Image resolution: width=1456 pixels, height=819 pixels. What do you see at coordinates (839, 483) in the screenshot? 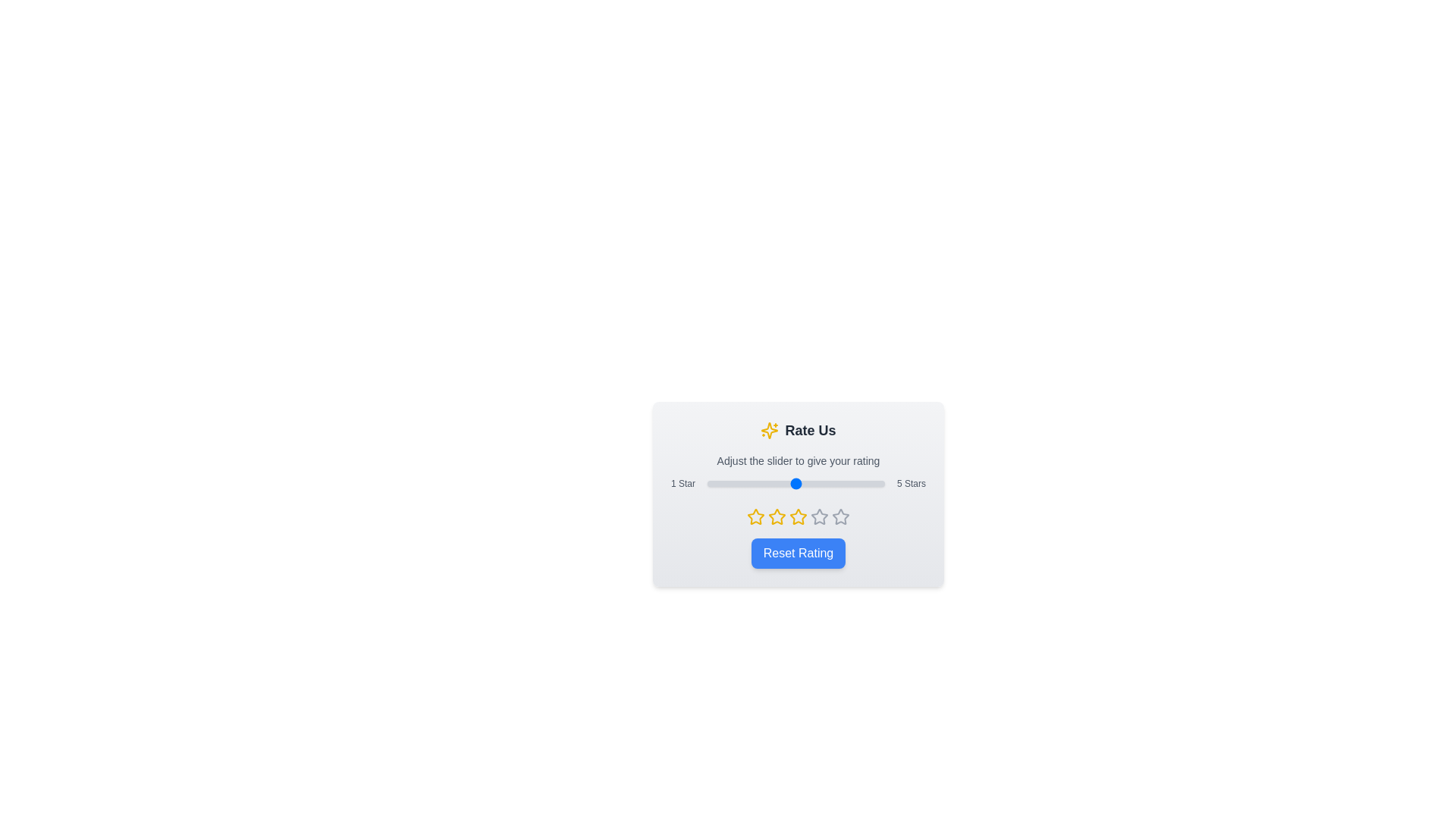
I see `the star rating slider to 4 stars` at bounding box center [839, 483].